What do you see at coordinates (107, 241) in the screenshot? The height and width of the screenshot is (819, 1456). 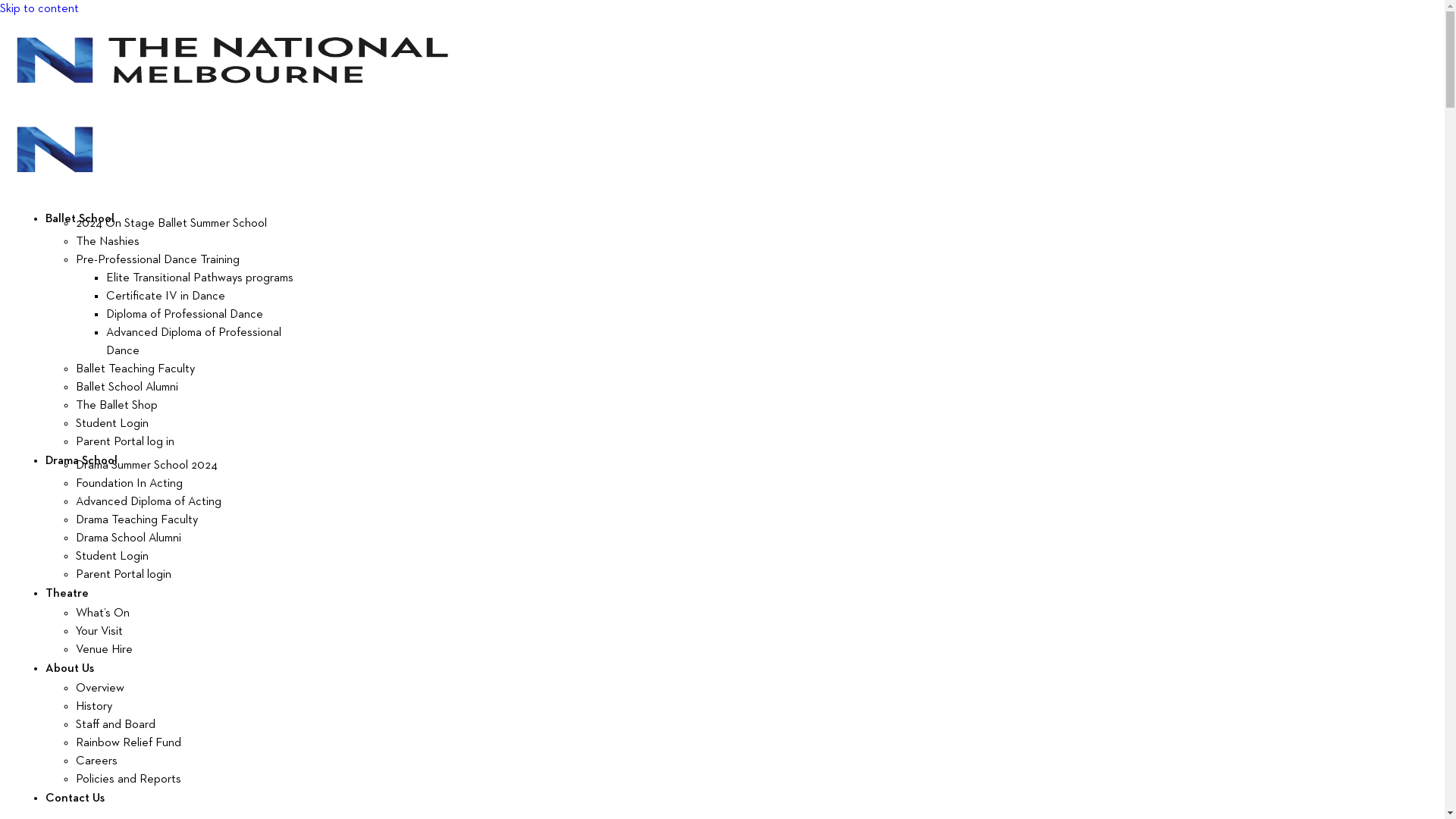 I see `'The Nashies'` at bounding box center [107, 241].